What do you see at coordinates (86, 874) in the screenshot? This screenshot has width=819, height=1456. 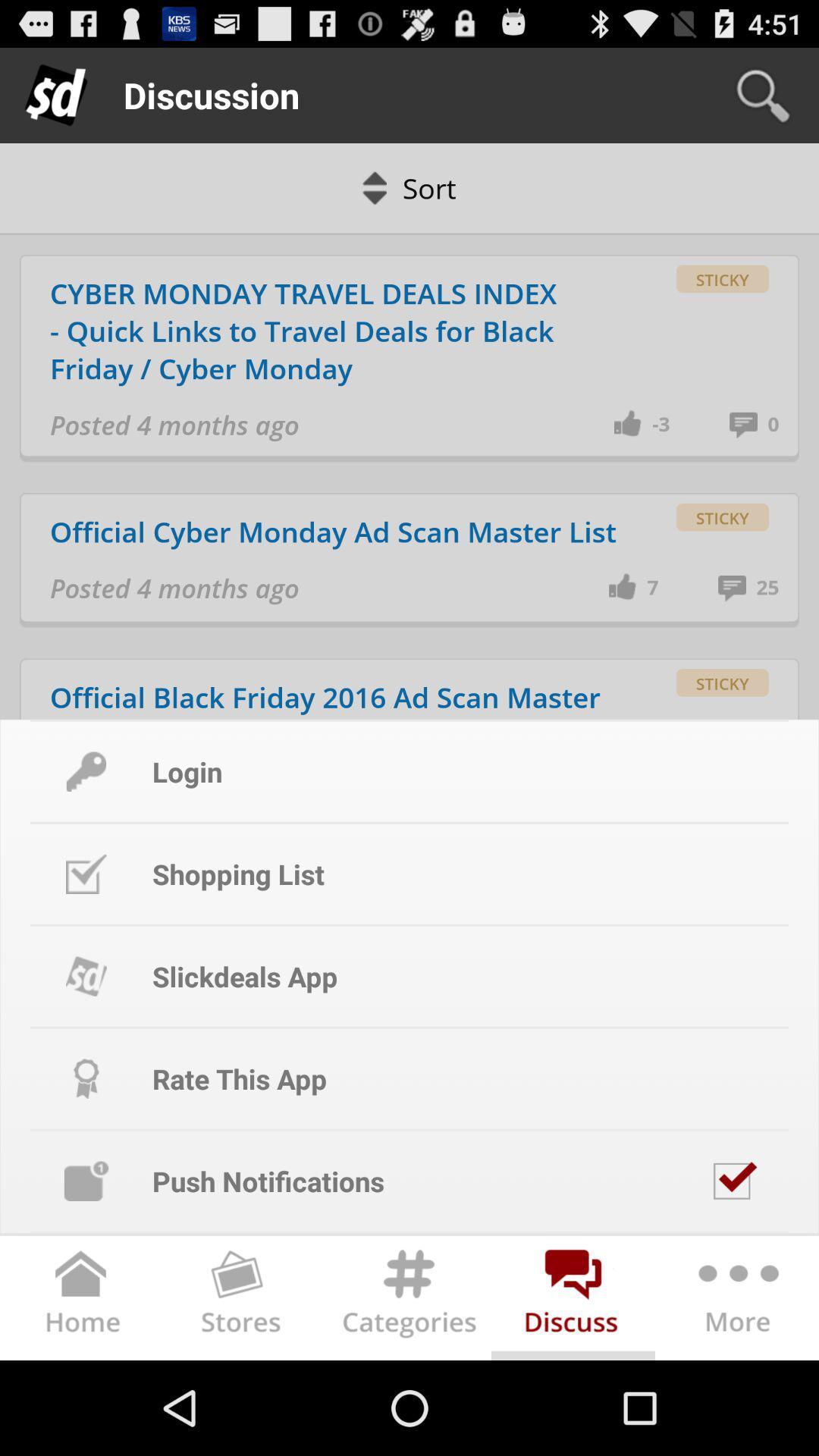 I see `the shopping list icon` at bounding box center [86, 874].